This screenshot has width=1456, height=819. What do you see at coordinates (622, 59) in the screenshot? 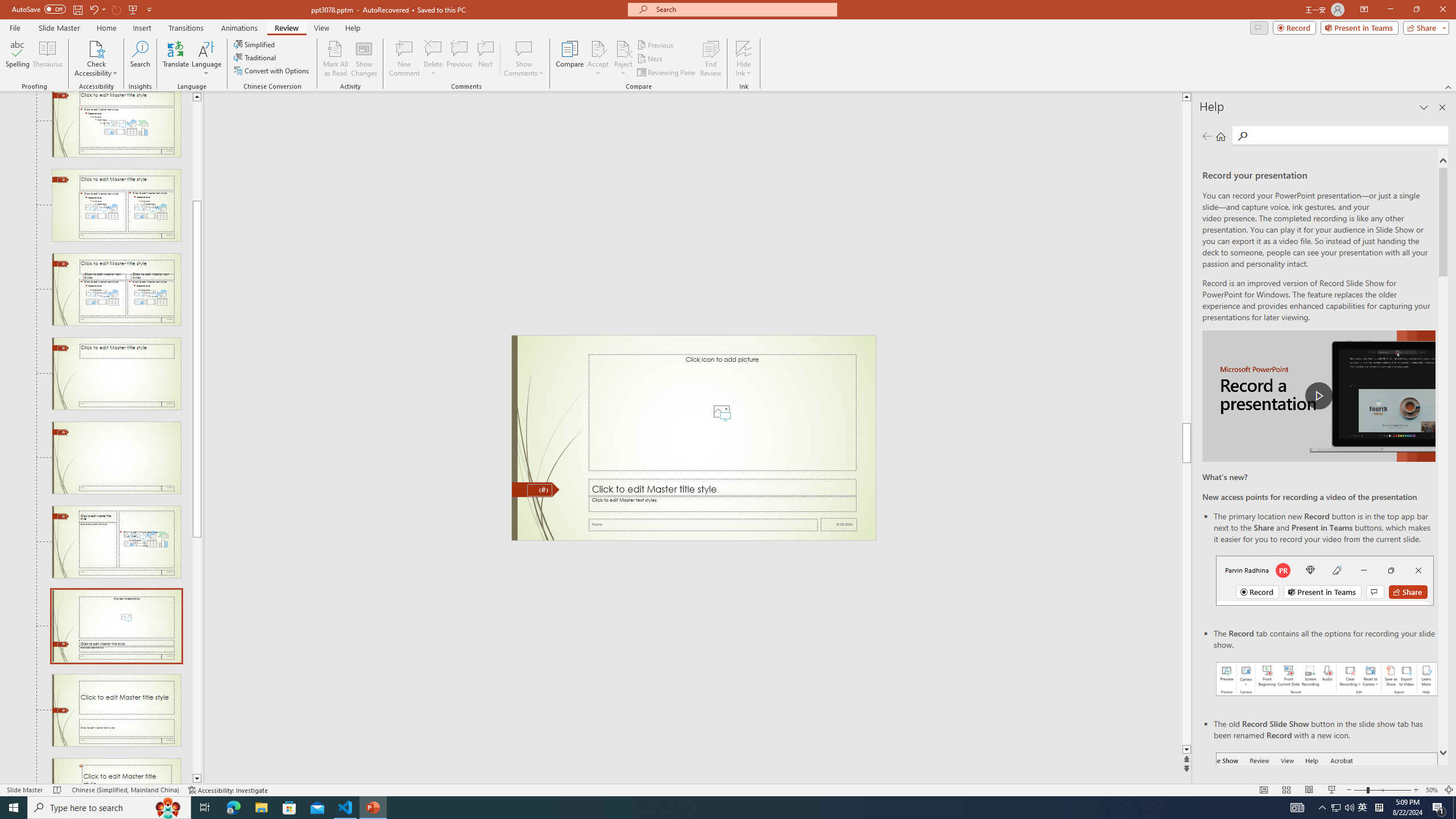
I see `'Reject'` at bounding box center [622, 59].